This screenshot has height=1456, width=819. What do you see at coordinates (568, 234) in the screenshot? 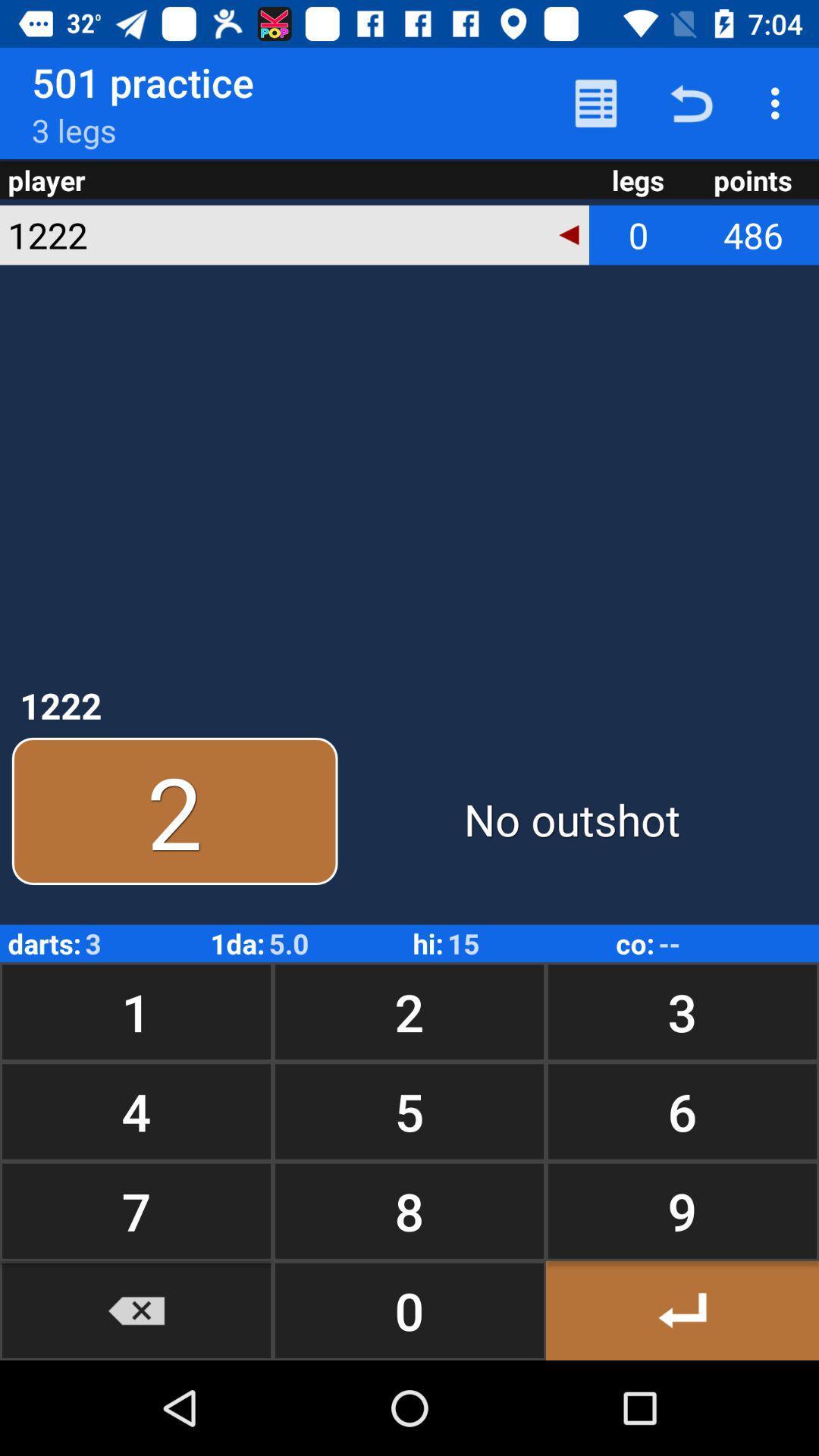
I see `icon next to the legs icon` at bounding box center [568, 234].